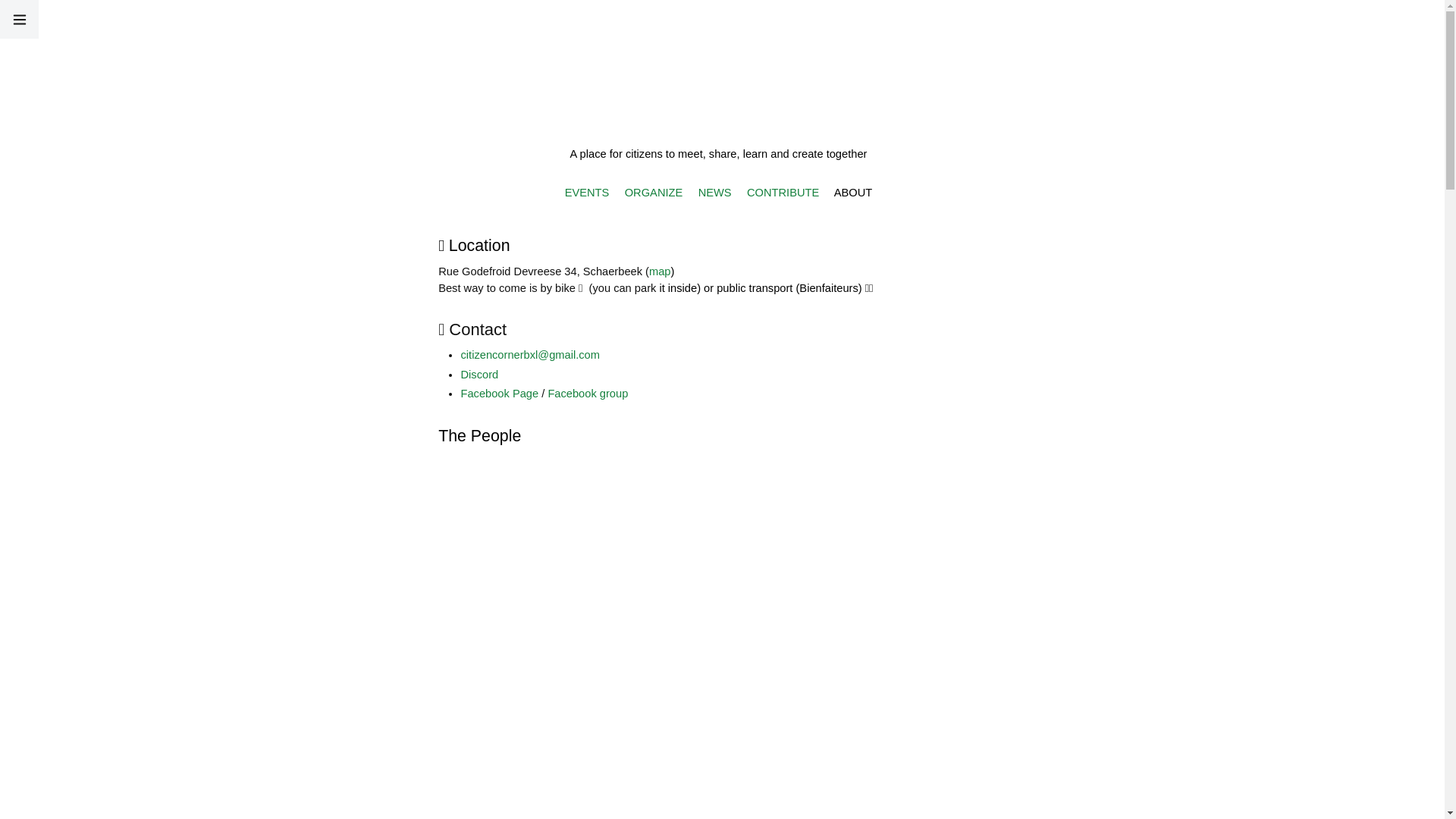 The width and height of the screenshot is (1456, 819). I want to click on 'CONTRIBUTE', so click(783, 192).